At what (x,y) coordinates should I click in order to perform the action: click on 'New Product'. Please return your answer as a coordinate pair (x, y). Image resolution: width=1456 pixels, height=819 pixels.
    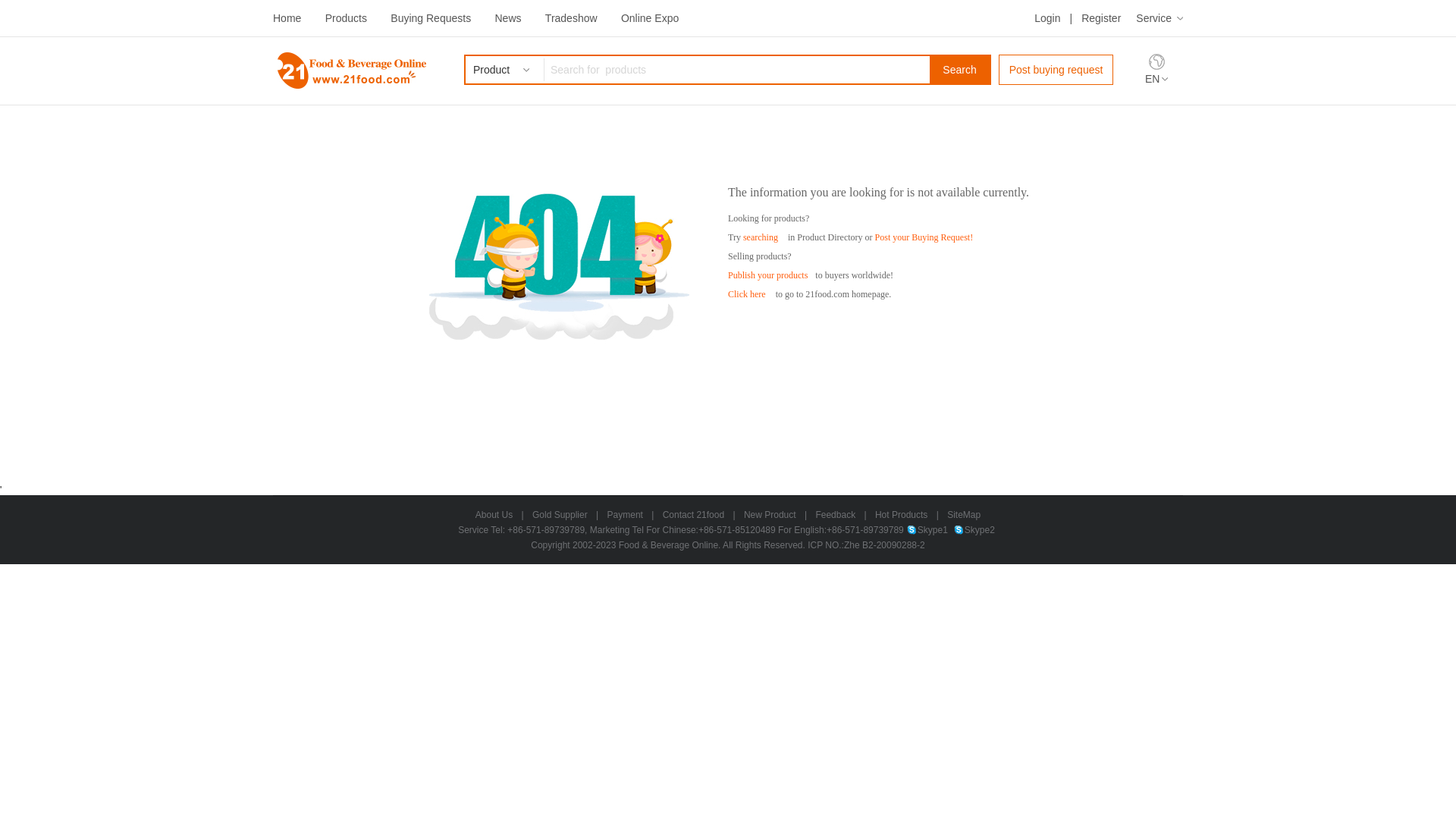
    Looking at the image, I should click on (770, 513).